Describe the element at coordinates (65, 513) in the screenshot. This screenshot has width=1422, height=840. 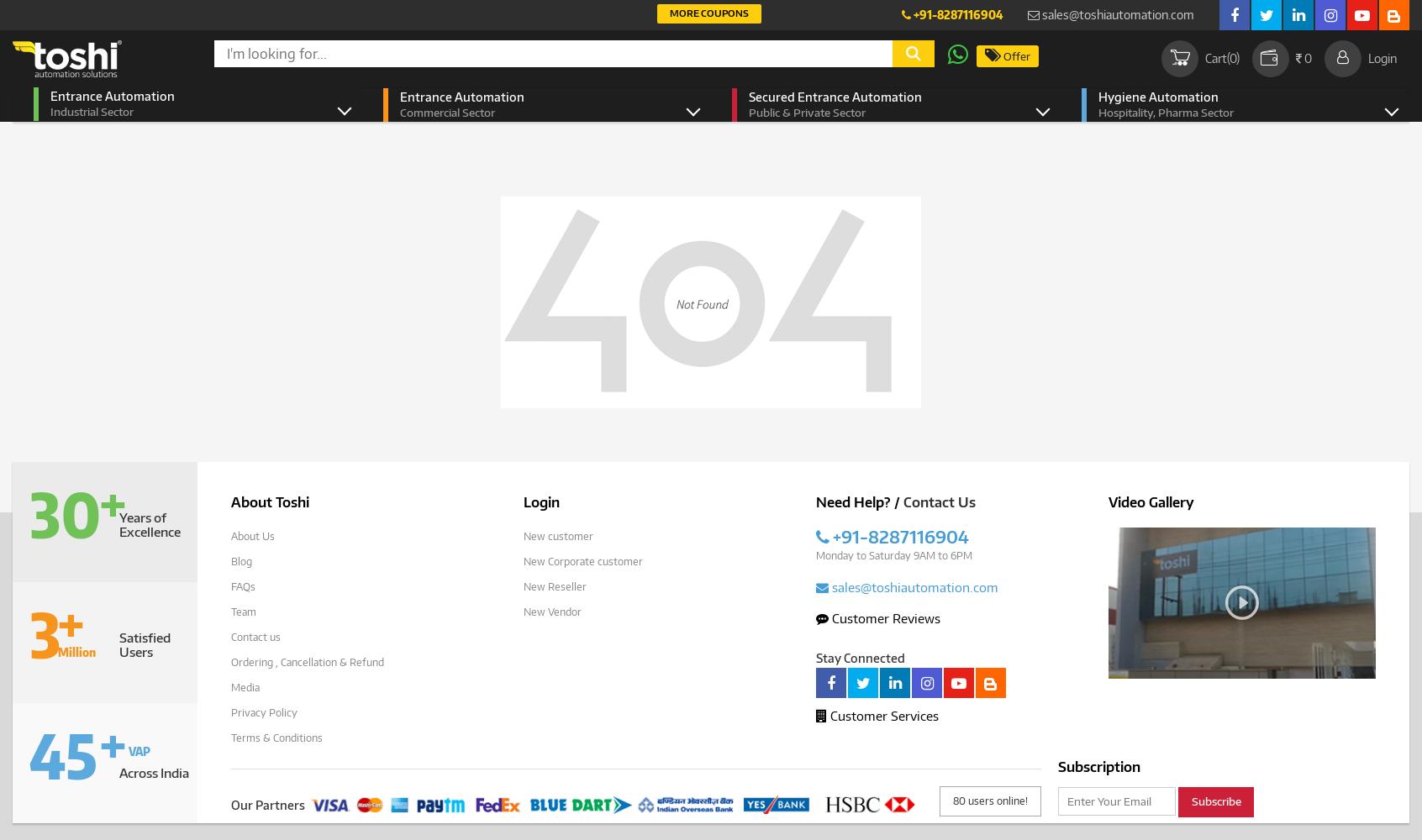
I see `'30'` at that location.